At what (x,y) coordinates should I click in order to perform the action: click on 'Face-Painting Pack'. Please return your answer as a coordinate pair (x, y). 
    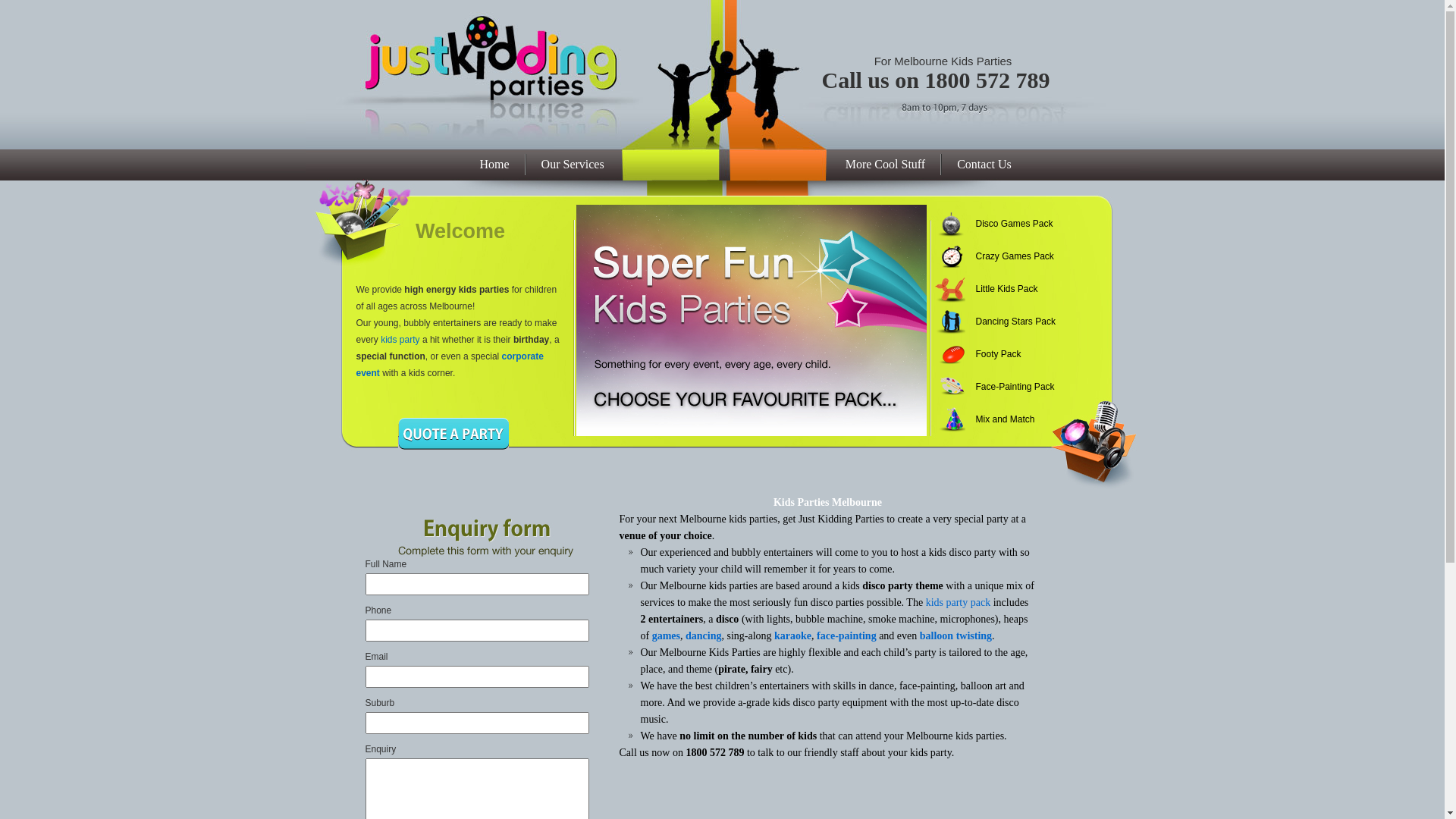
    Looking at the image, I should click on (1007, 386).